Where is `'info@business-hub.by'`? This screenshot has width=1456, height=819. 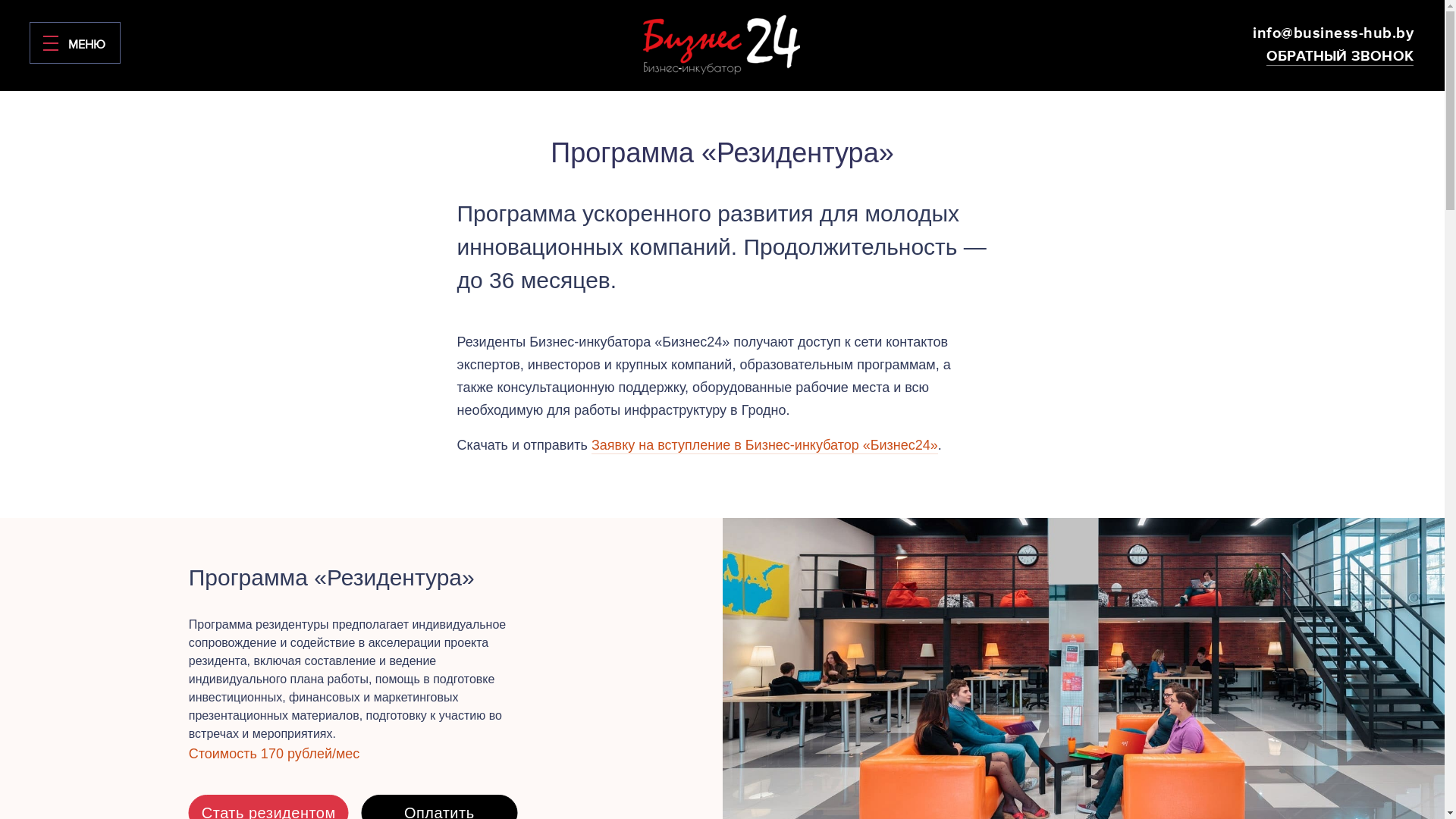
'info@business-hub.by' is located at coordinates (1332, 33).